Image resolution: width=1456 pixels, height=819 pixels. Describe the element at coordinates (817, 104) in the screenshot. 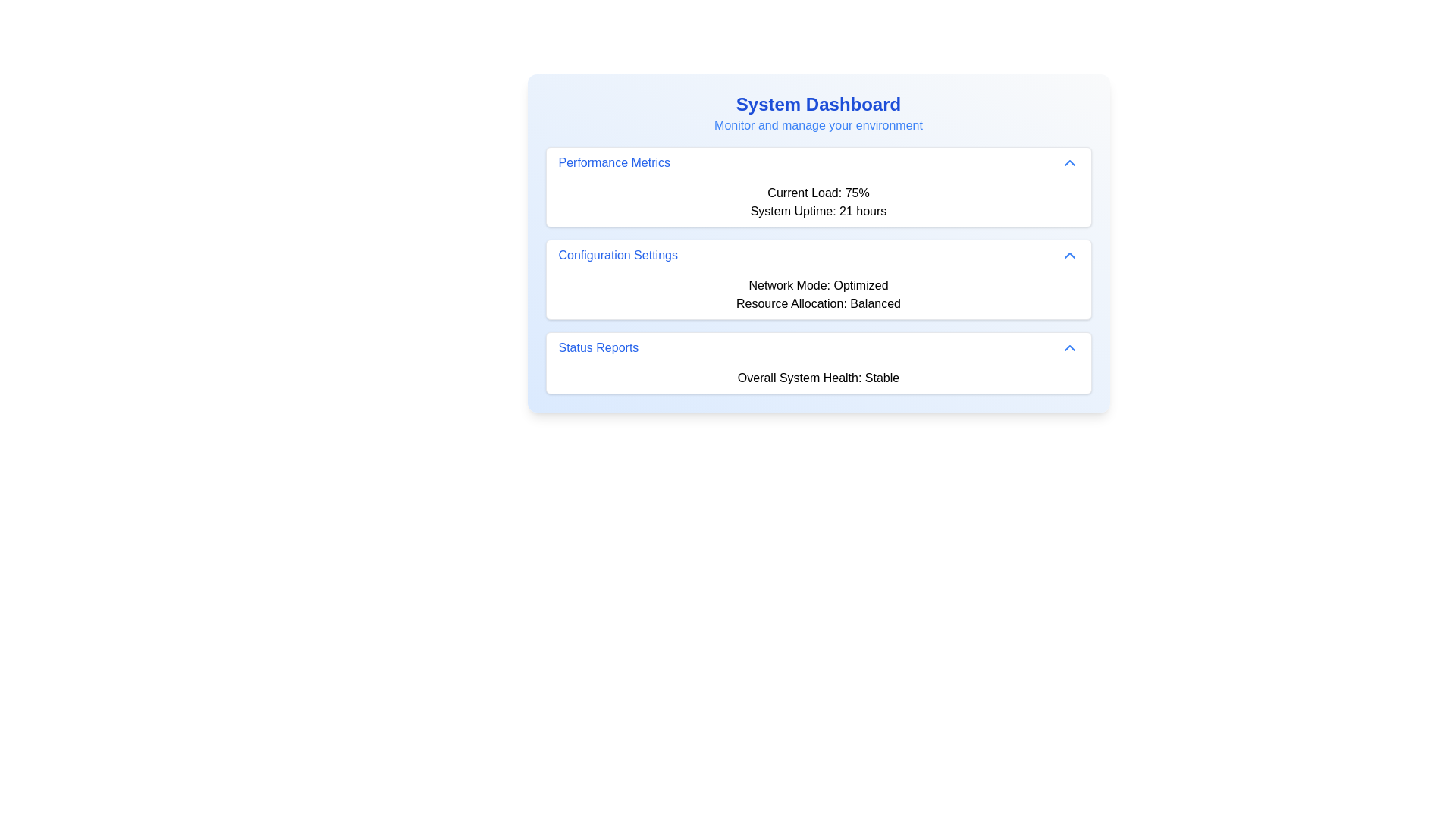

I see `the title text labeled 'System Dashboard'` at that location.